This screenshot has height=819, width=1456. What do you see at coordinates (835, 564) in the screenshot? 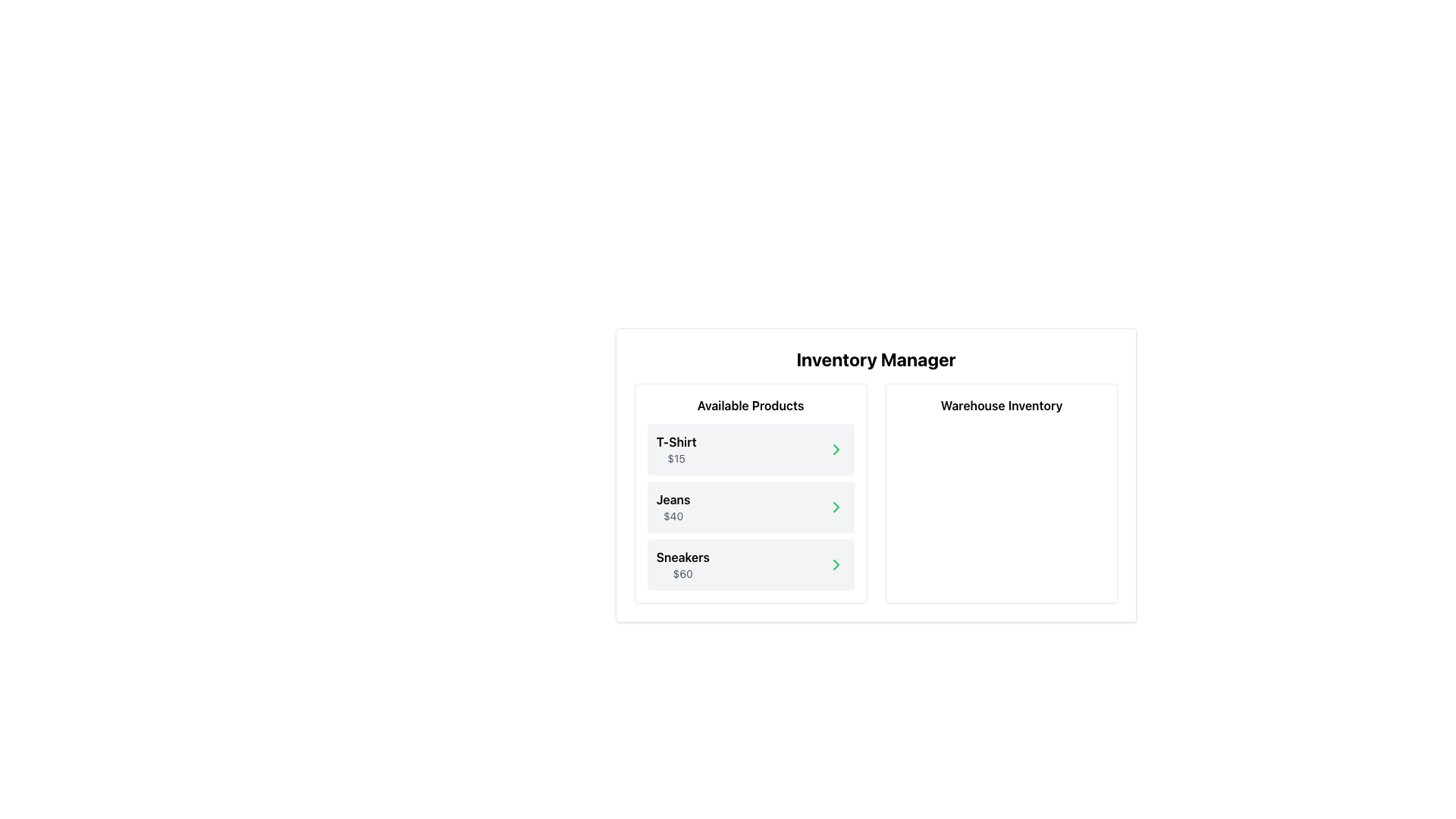
I see `the navigation icon for the 'Jeans - $40' item in the 'Available Products' section of the 'Inventory Manager'` at bounding box center [835, 564].